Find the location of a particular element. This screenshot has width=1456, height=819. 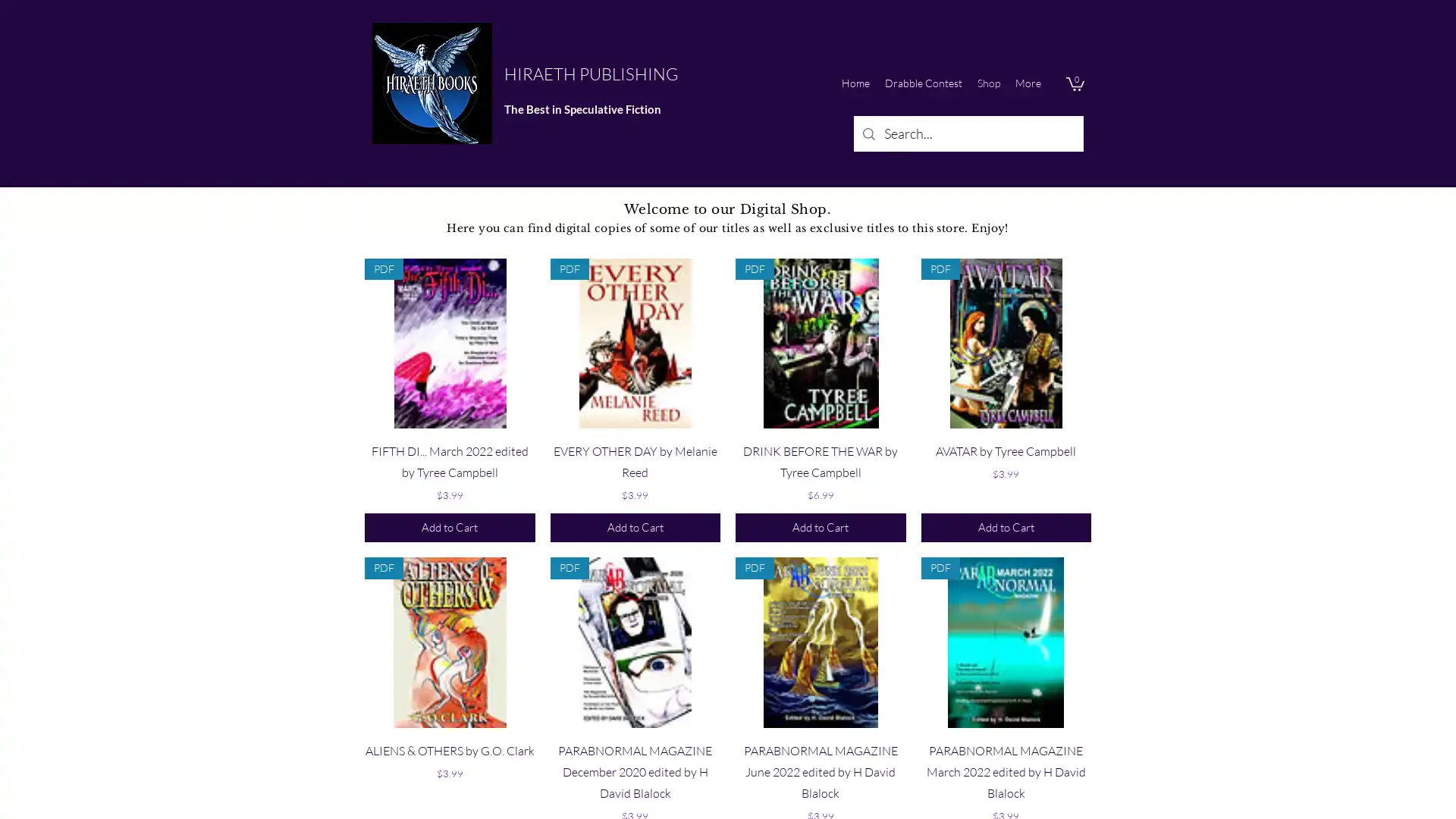

Cart with 0 items is located at coordinates (1074, 83).